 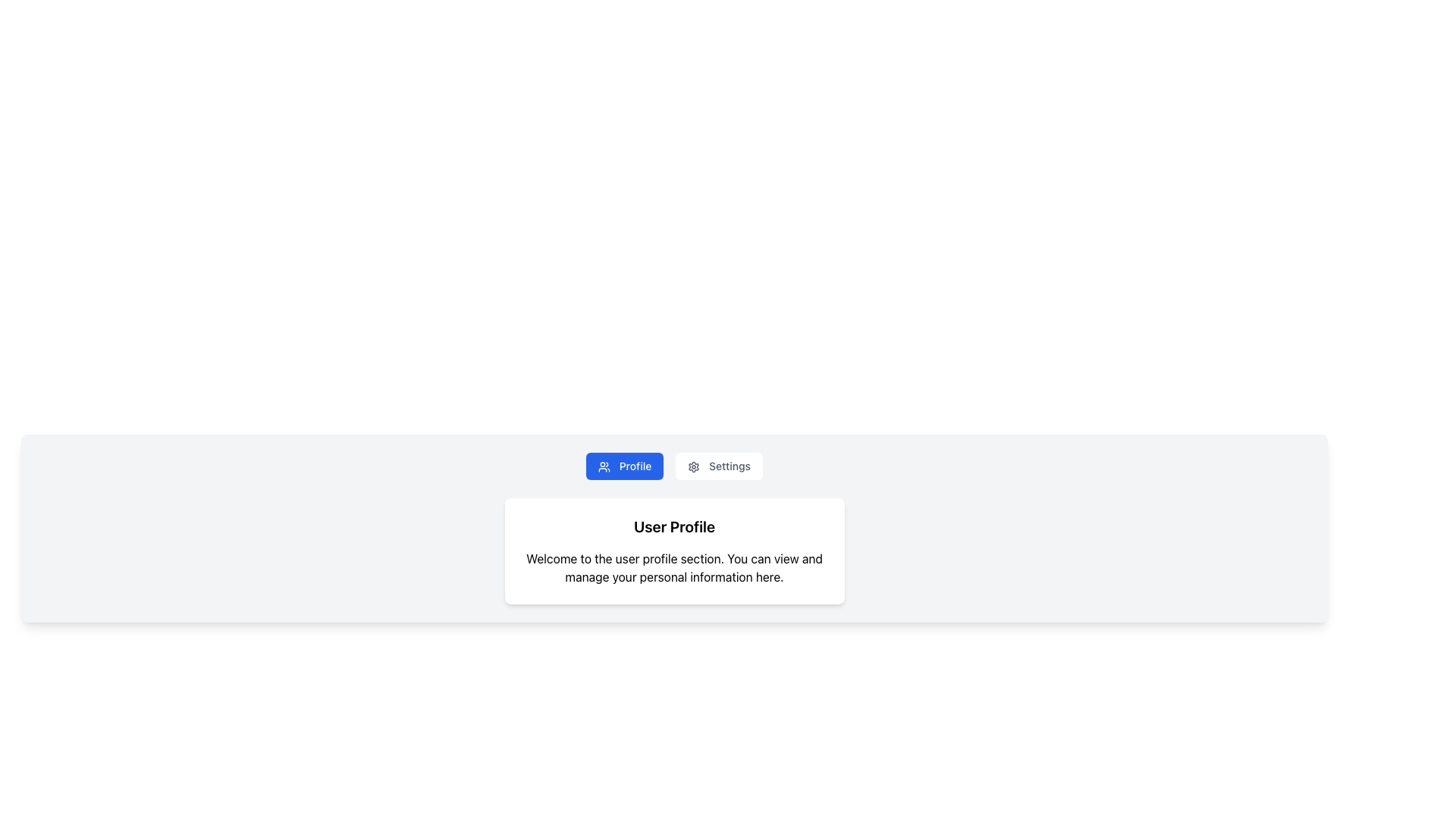 What do you see at coordinates (693, 466) in the screenshot?
I see `the settings icon located to the left of the 'Settings' button in the navigation bar` at bounding box center [693, 466].